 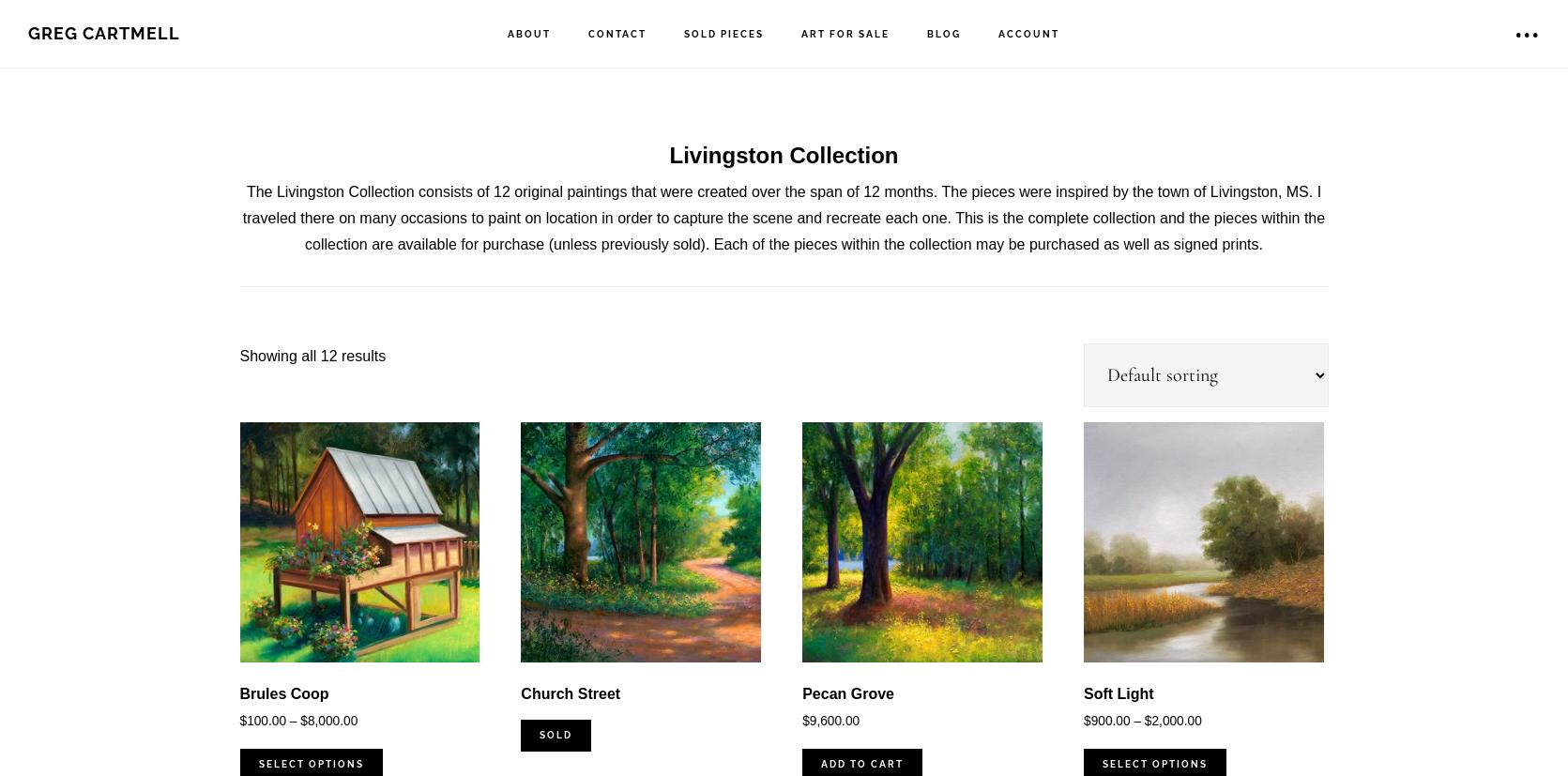 I want to click on '900.00', so click(x=1090, y=720).